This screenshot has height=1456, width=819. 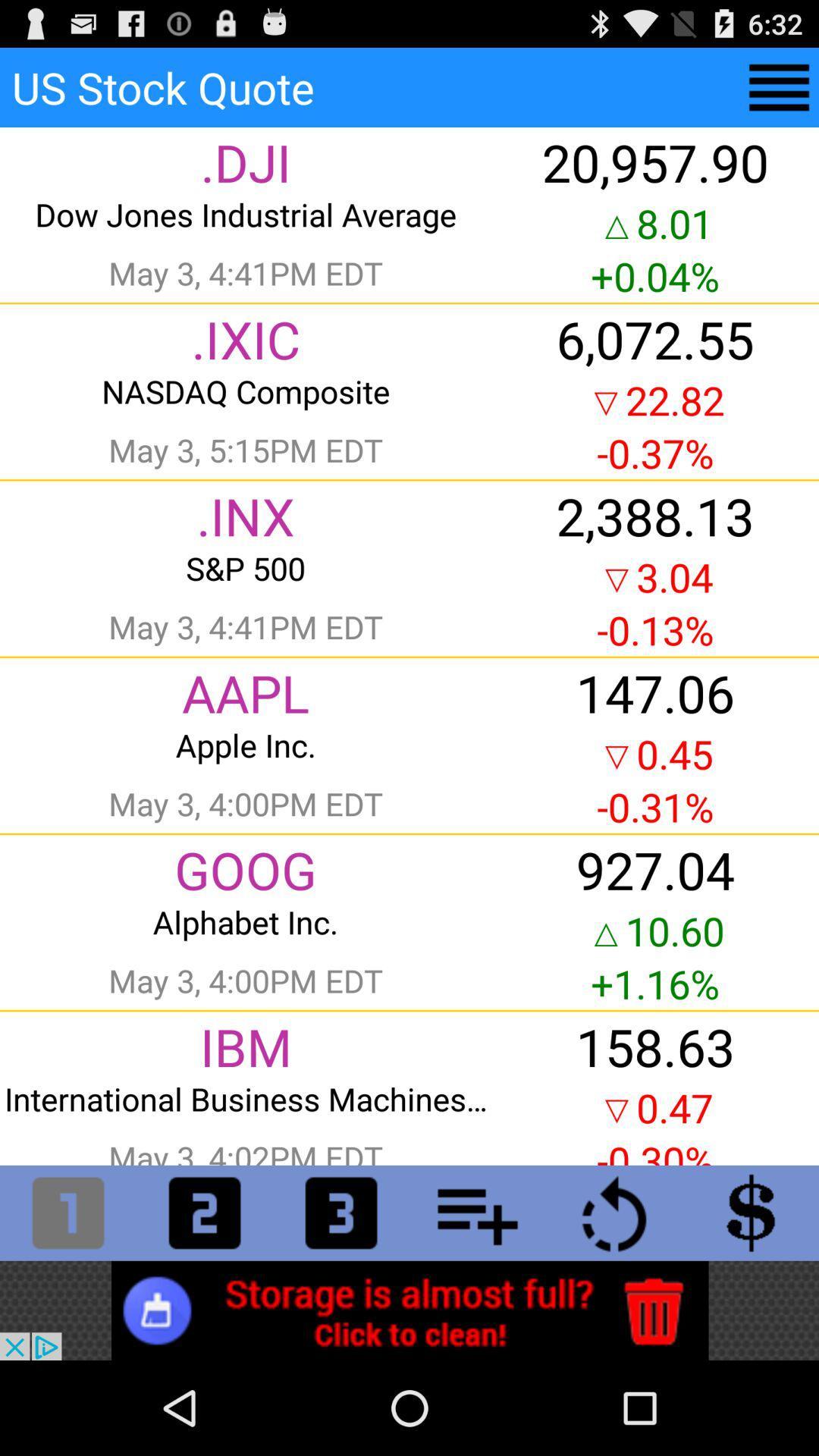 What do you see at coordinates (205, 1212) in the screenshot?
I see `number` at bounding box center [205, 1212].